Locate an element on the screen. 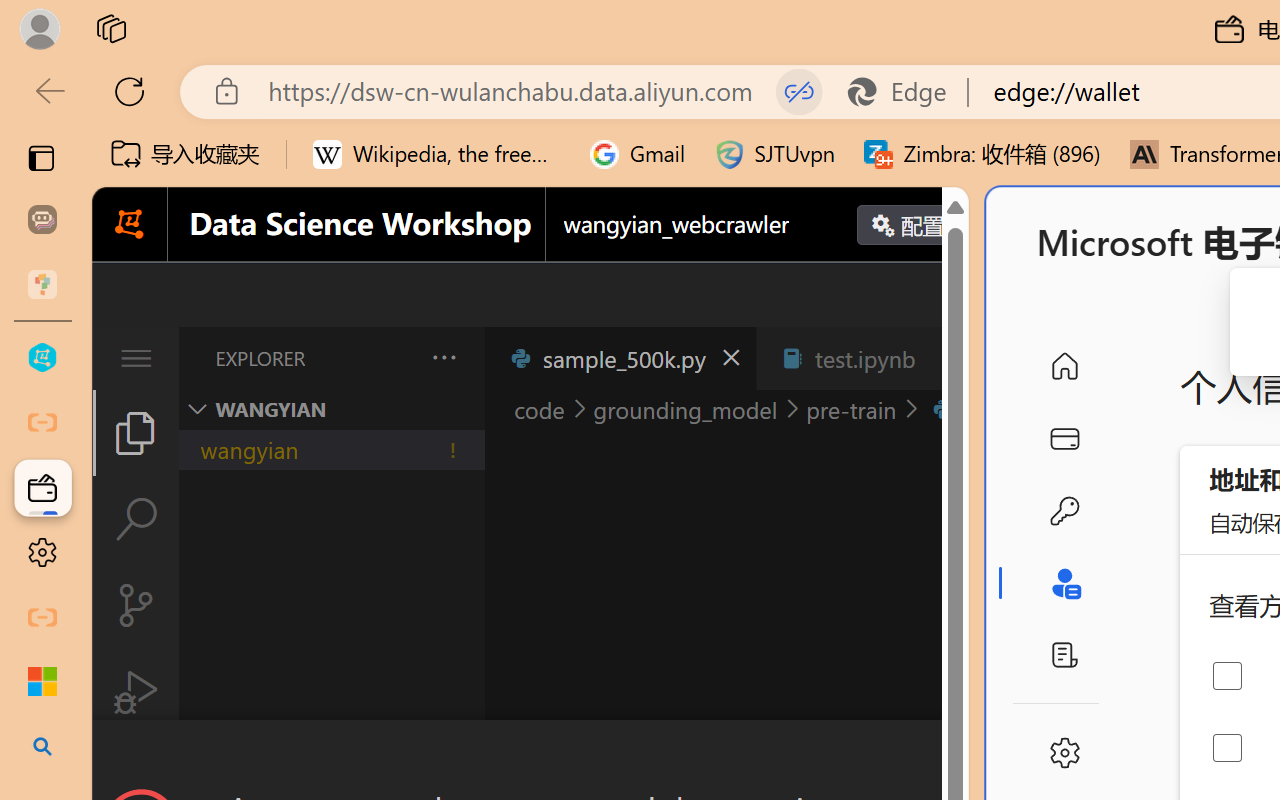  'Microsoft security help and learning' is located at coordinates (42, 682).